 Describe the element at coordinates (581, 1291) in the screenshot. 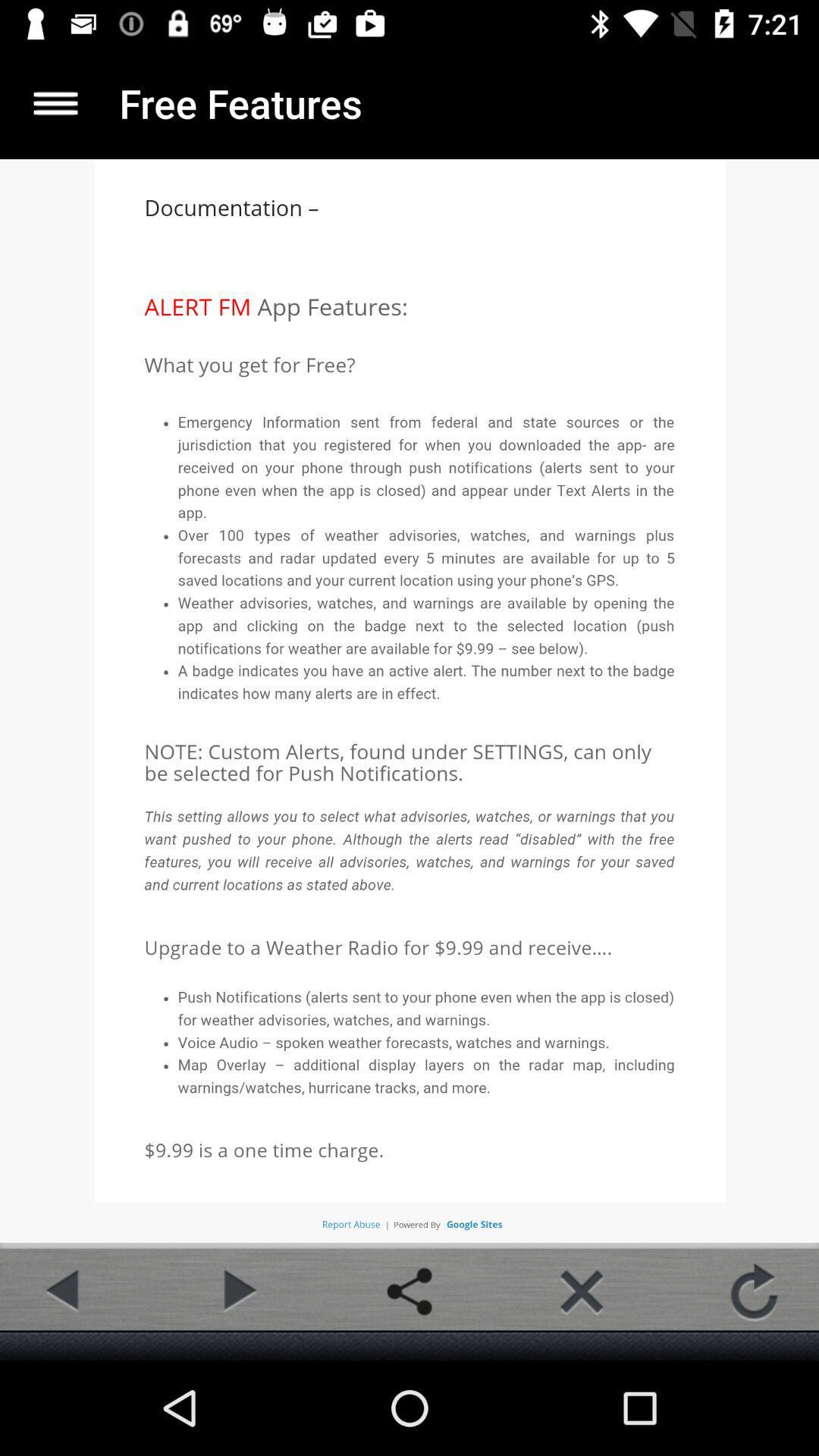

I see `colse button` at that location.